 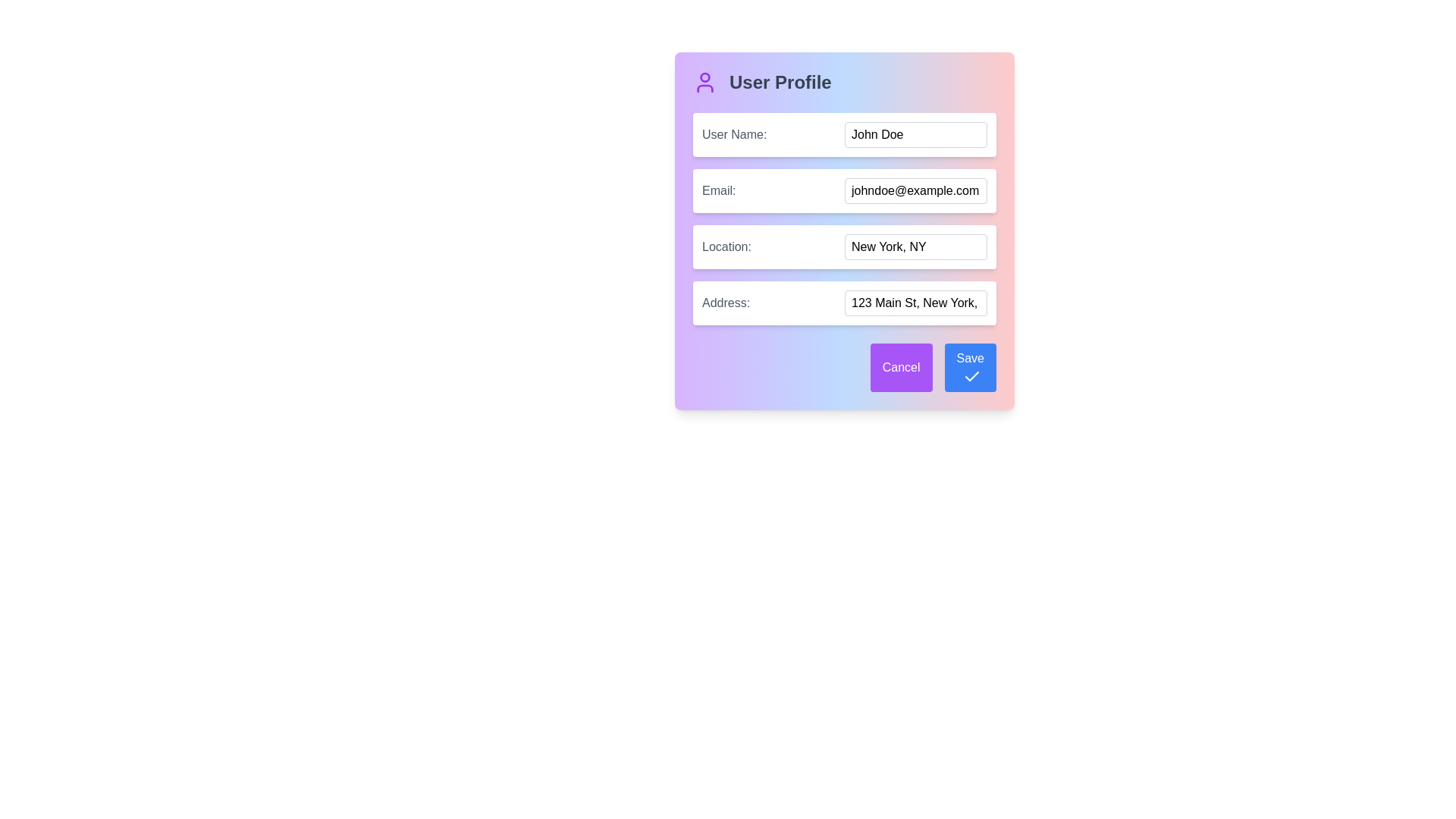 I want to click on within the input fields of the user profile form section, so click(x=843, y=219).